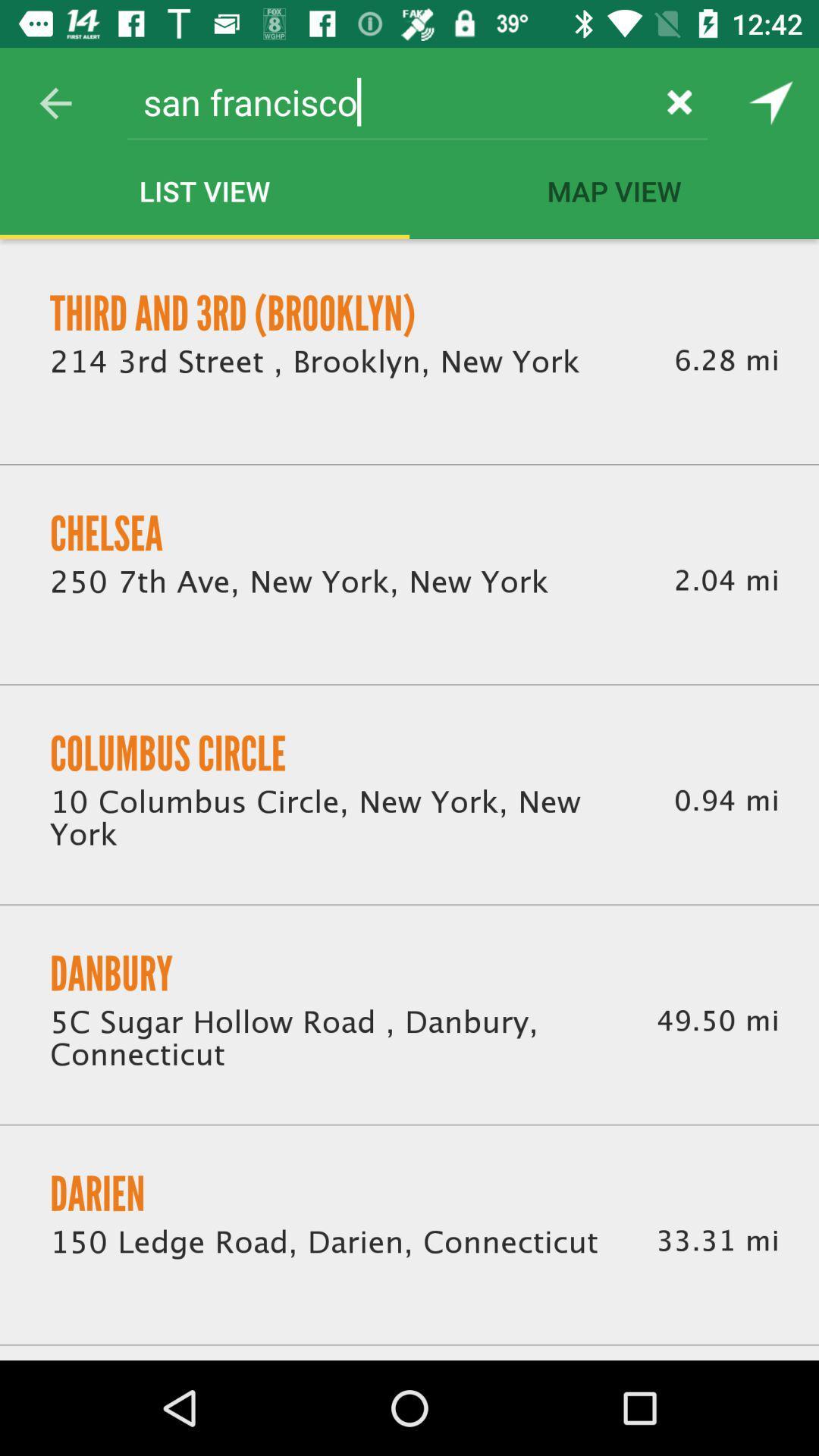 The image size is (819, 1456). I want to click on third and 3rd icon, so click(233, 312).